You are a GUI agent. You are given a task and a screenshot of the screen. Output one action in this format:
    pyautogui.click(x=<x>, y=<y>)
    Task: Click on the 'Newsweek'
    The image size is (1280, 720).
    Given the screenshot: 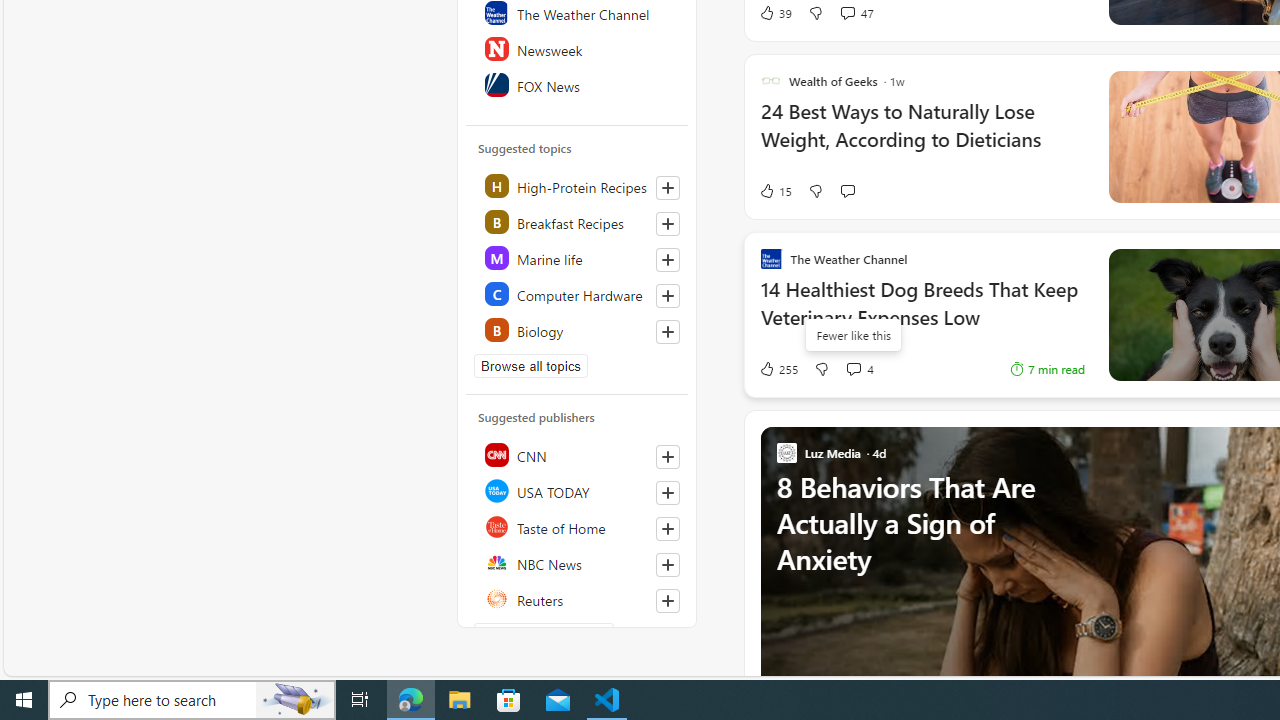 What is the action you would take?
    pyautogui.click(x=577, y=47)
    